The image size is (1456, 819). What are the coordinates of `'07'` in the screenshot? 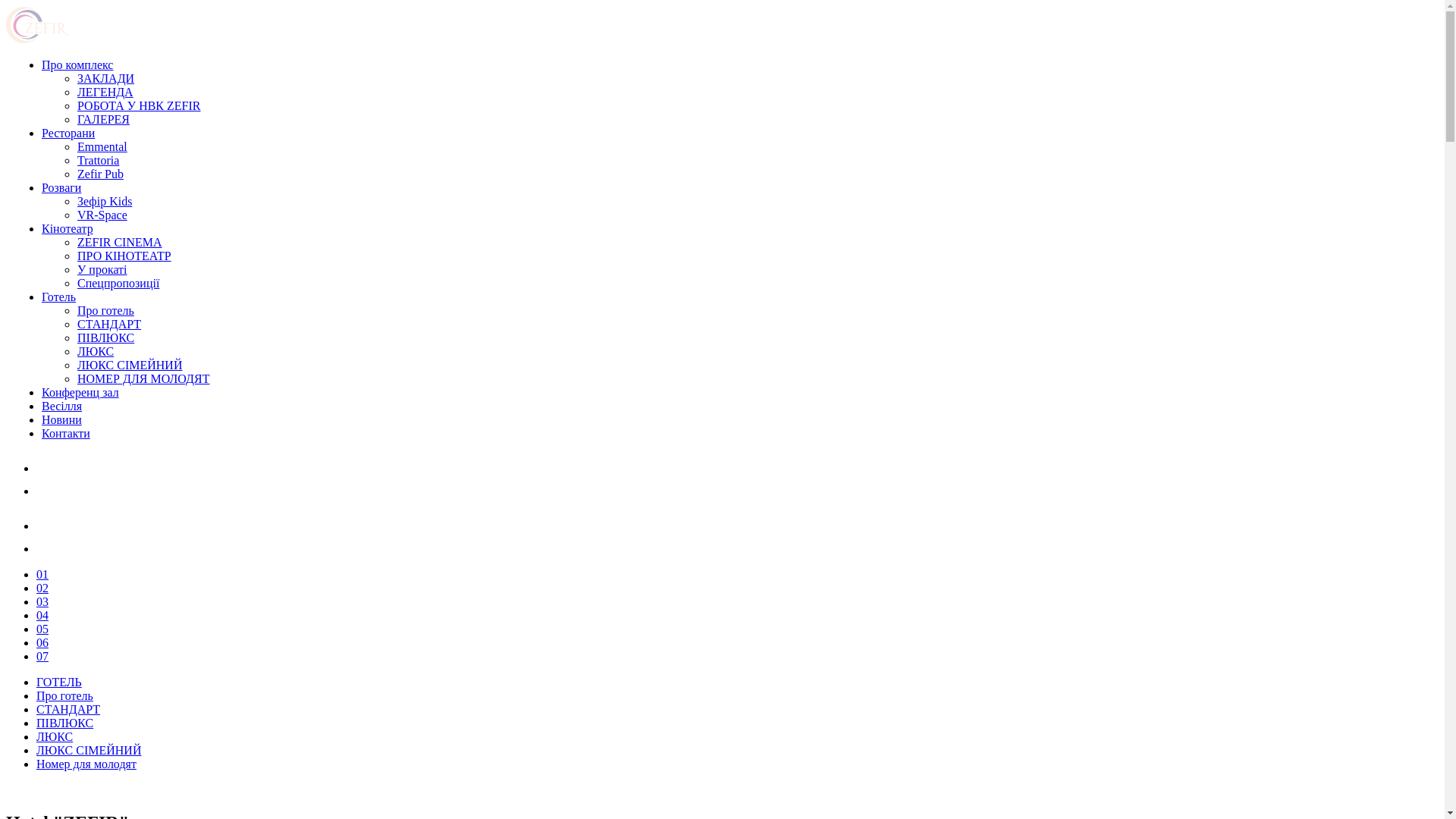 It's located at (42, 655).